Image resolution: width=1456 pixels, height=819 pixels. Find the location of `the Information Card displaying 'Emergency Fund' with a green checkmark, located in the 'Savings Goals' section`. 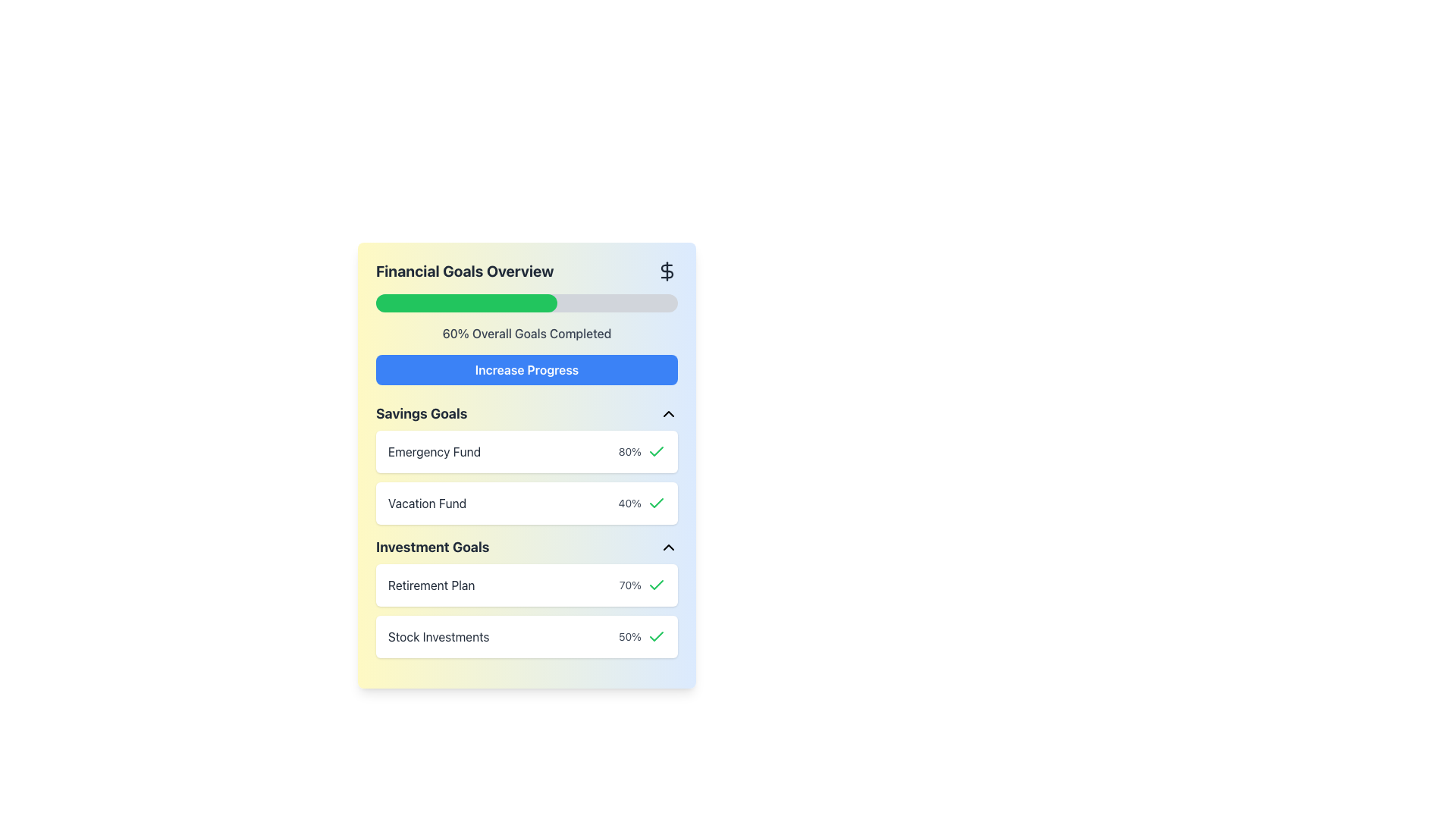

the Information Card displaying 'Emergency Fund' with a green checkmark, located in the 'Savings Goals' section is located at coordinates (527, 451).